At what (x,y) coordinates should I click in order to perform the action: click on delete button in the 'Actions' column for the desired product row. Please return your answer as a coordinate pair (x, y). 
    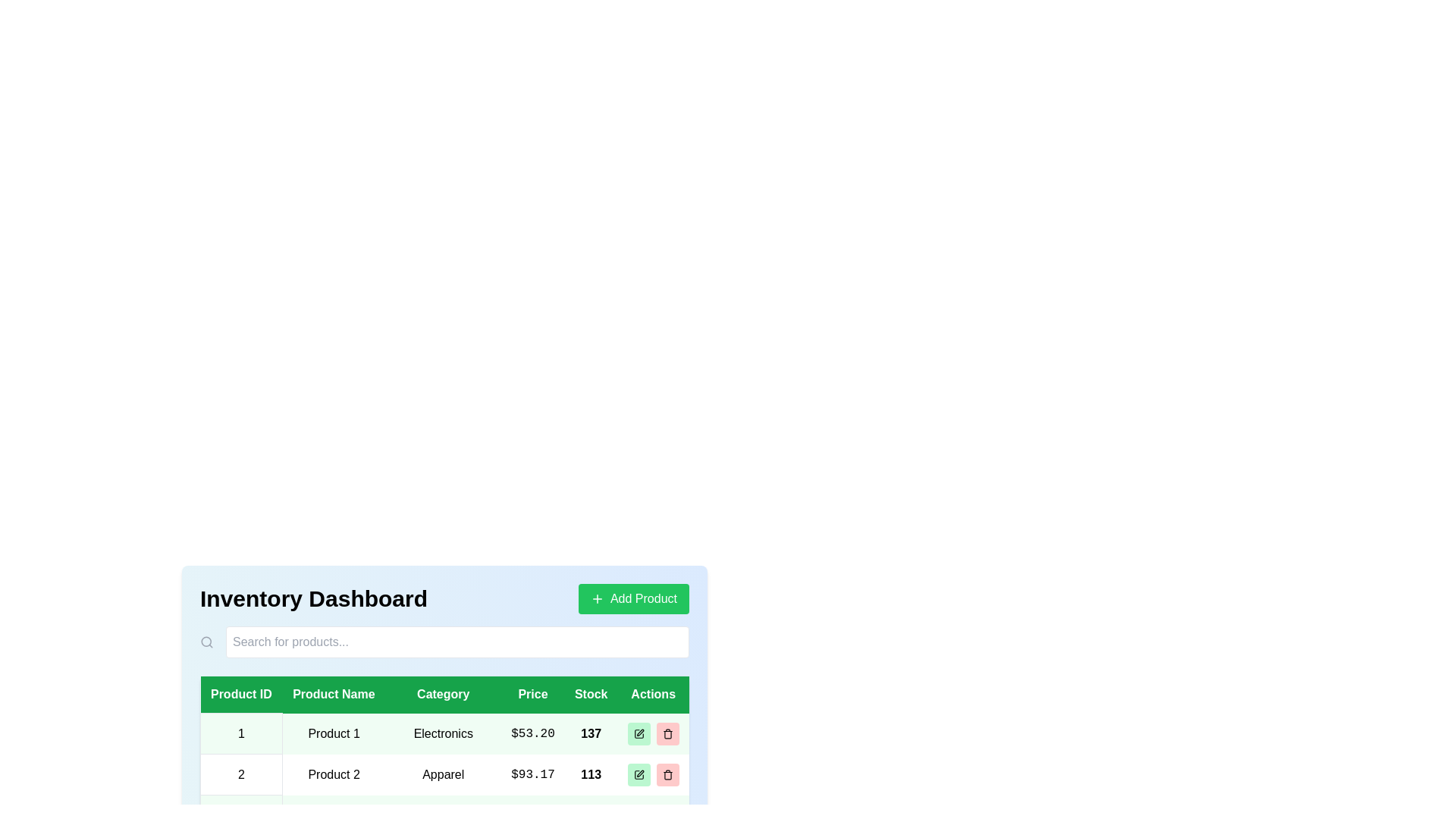
    Looking at the image, I should click on (667, 733).